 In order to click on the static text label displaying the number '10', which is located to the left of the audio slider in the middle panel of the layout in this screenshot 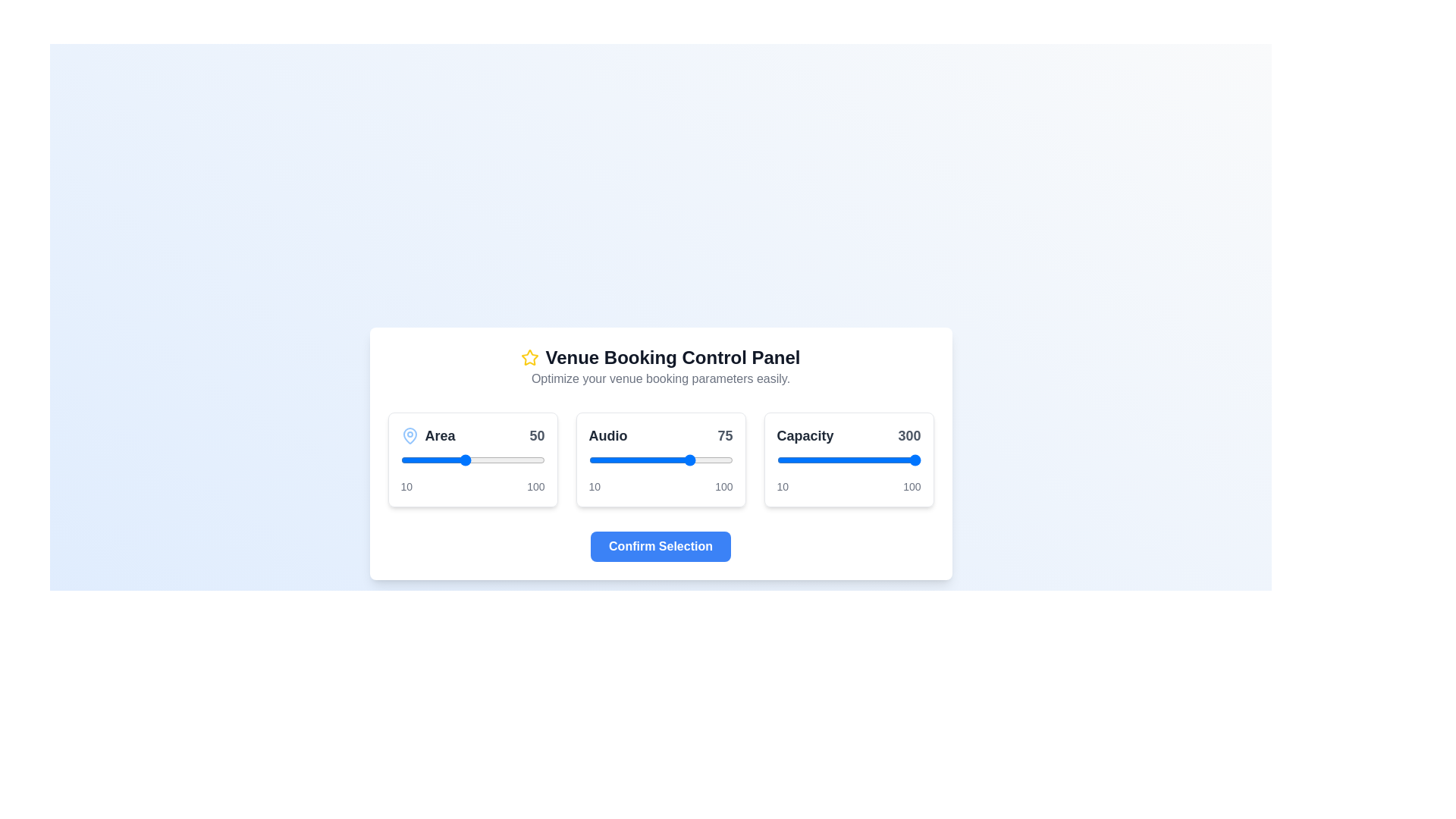, I will do `click(594, 486)`.